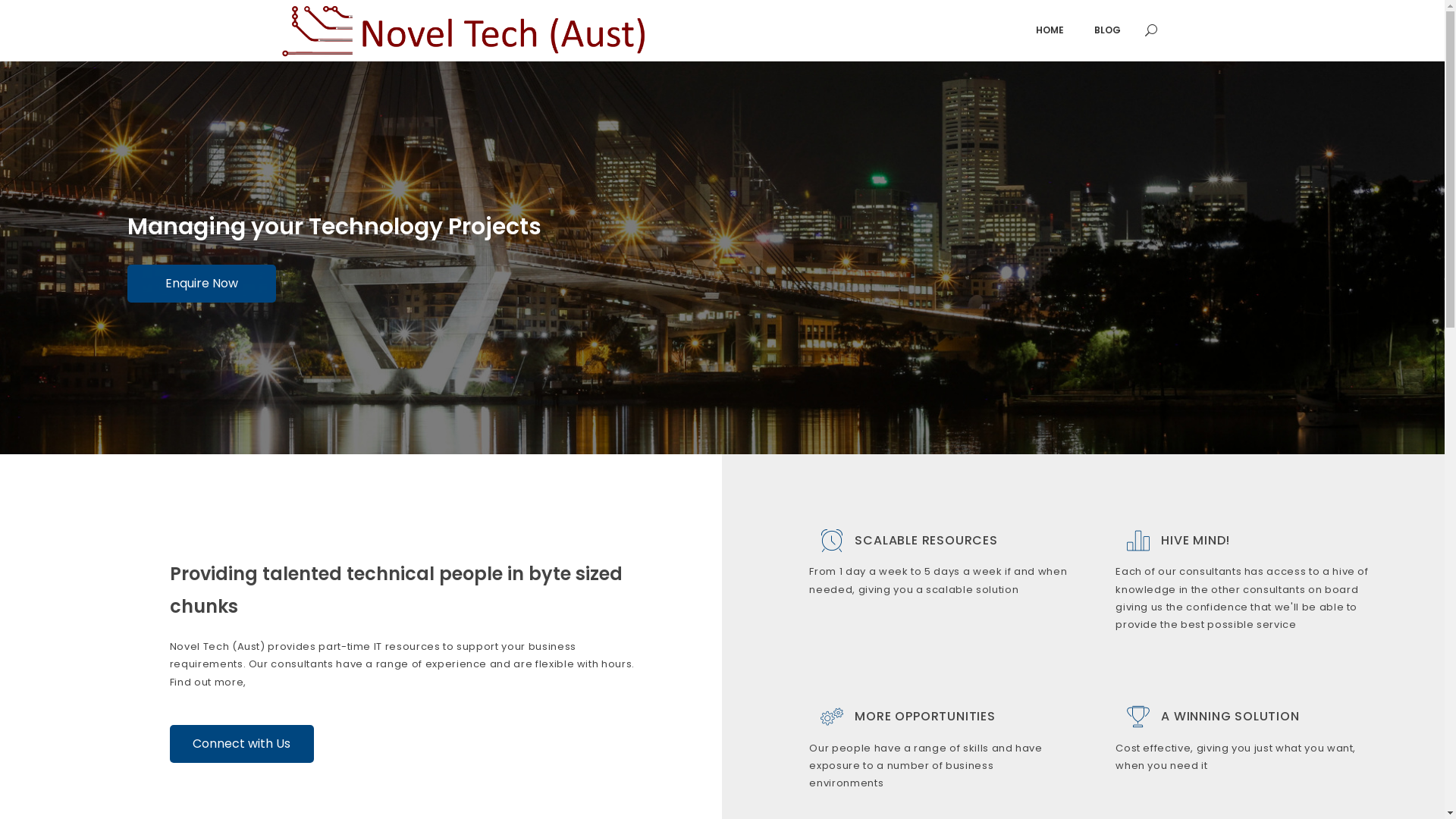 The height and width of the screenshot is (819, 1456). What do you see at coordinates (1194, 538) in the screenshot?
I see `'HIVE MIND!'` at bounding box center [1194, 538].